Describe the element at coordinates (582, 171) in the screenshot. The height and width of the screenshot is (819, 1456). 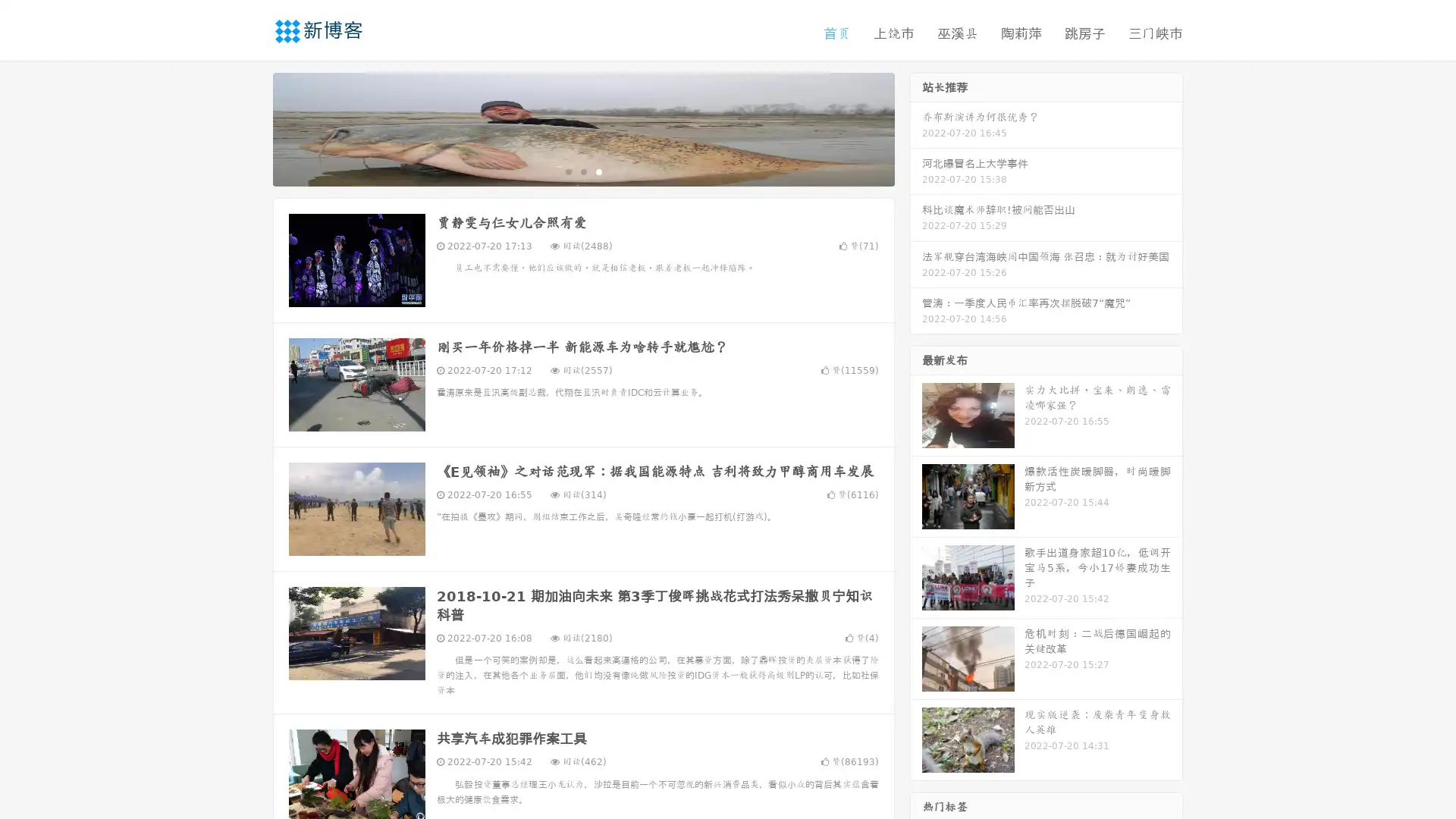
I see `Go to slide 2` at that location.